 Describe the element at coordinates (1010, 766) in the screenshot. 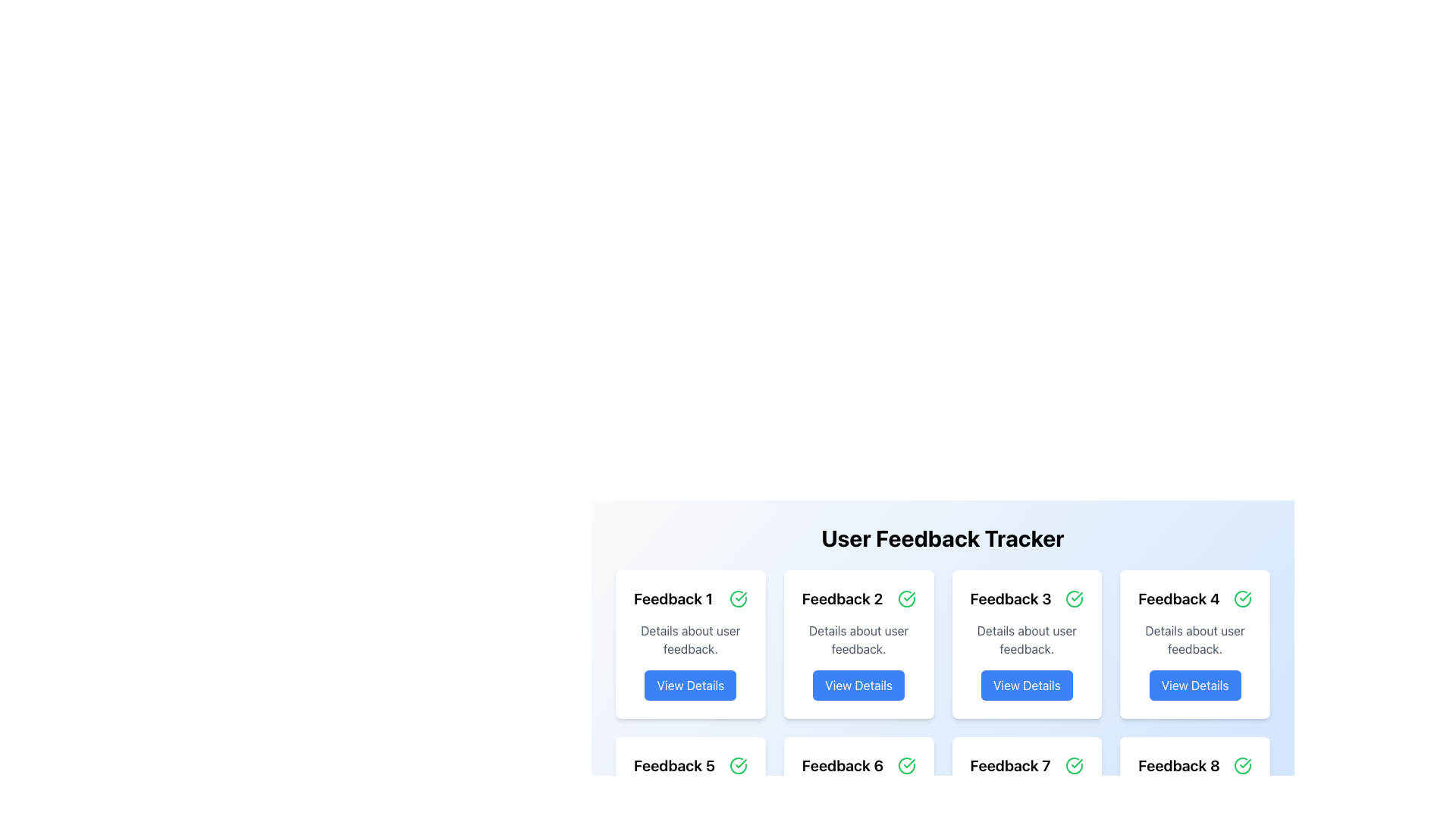

I see `text of the element displaying 'Feedback 7', which is bold and medium-sized, located in the seventh feedback card of a grid layout` at that location.